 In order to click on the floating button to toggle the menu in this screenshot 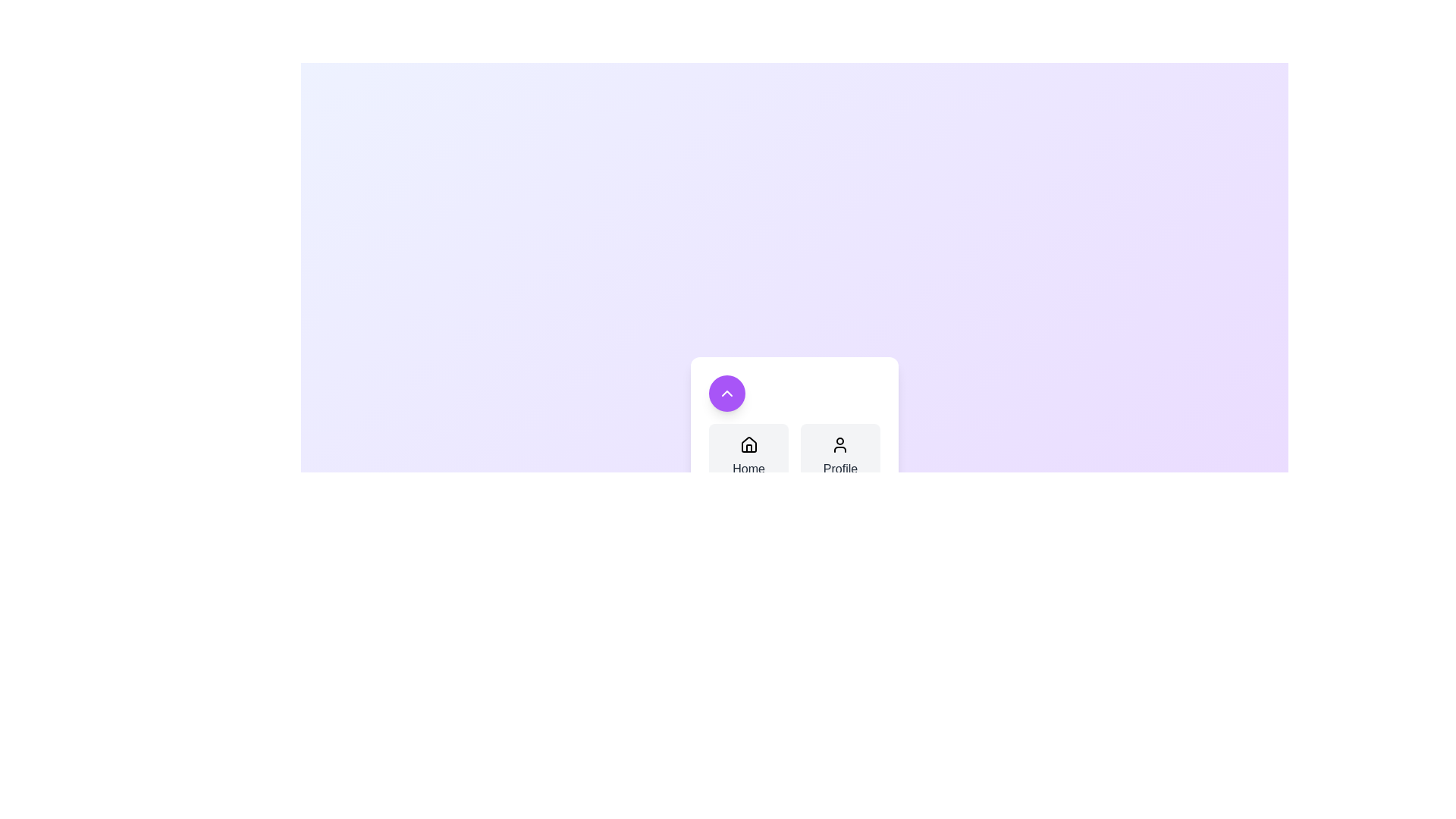, I will do `click(726, 393)`.